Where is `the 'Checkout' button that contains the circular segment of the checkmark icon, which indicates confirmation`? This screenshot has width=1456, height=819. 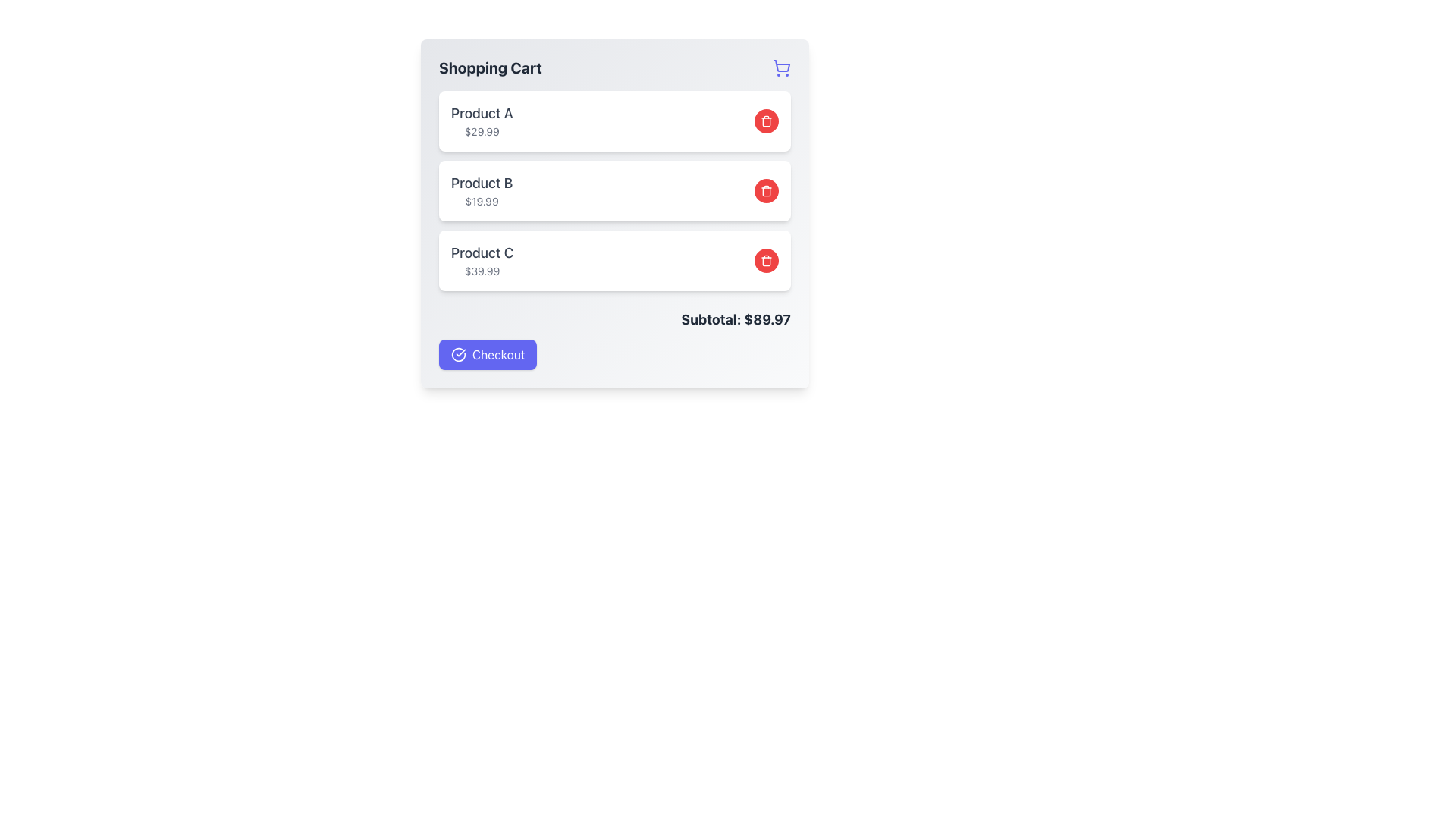 the 'Checkout' button that contains the circular segment of the checkmark icon, which indicates confirmation is located at coordinates (457, 354).